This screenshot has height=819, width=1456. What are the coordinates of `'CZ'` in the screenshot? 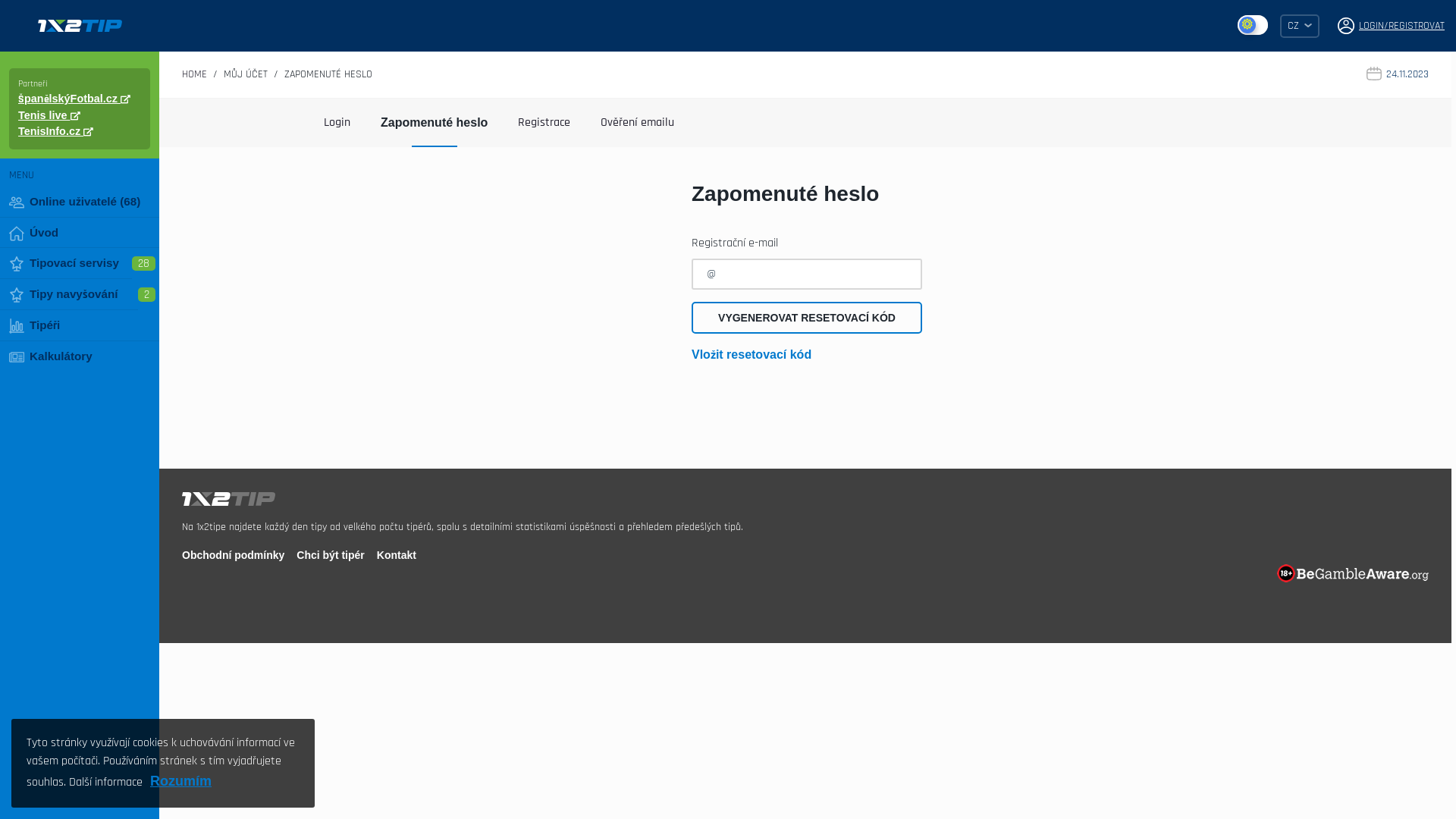 It's located at (1298, 25).